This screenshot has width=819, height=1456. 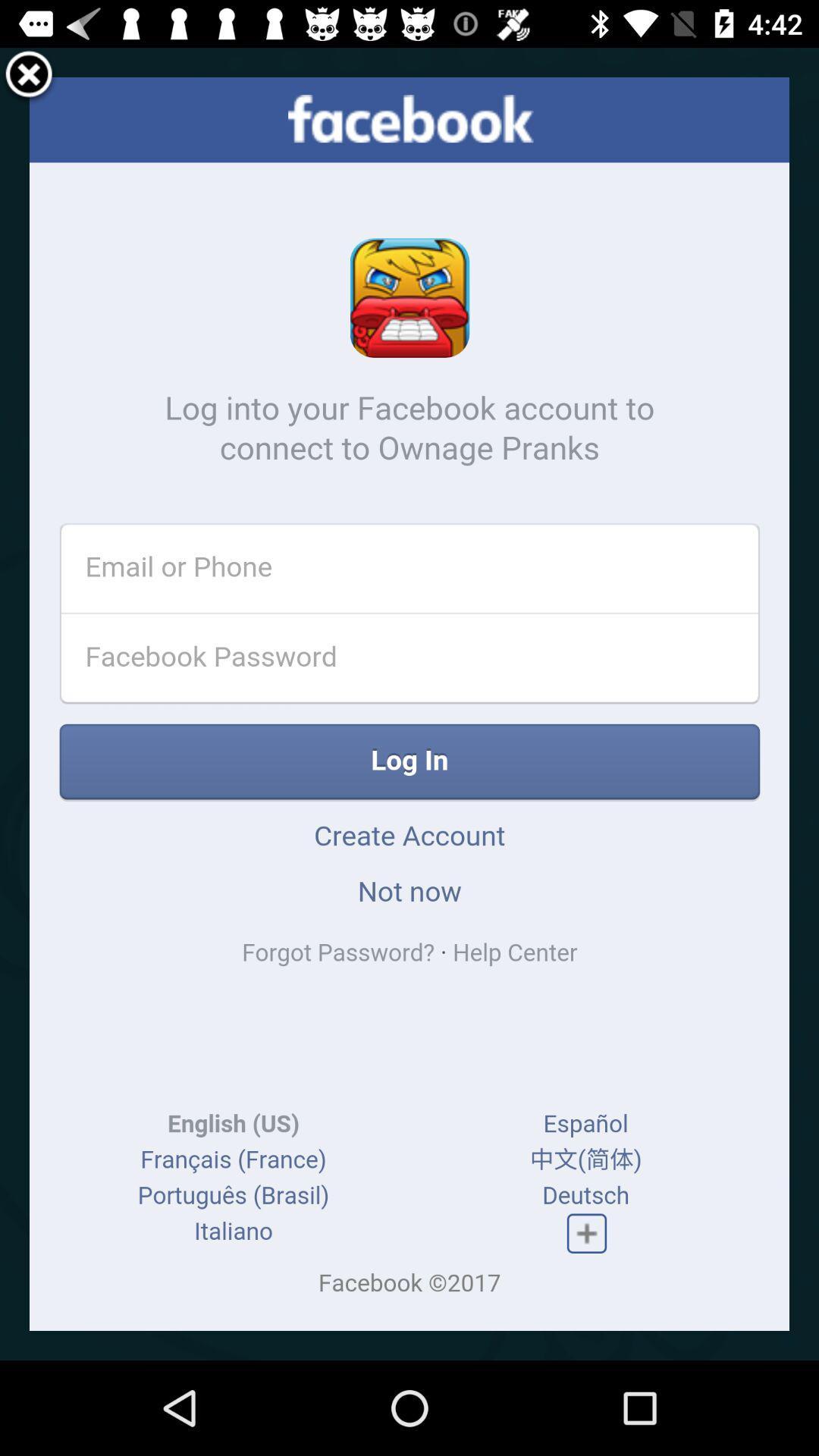 I want to click on exit screen, so click(x=29, y=76).